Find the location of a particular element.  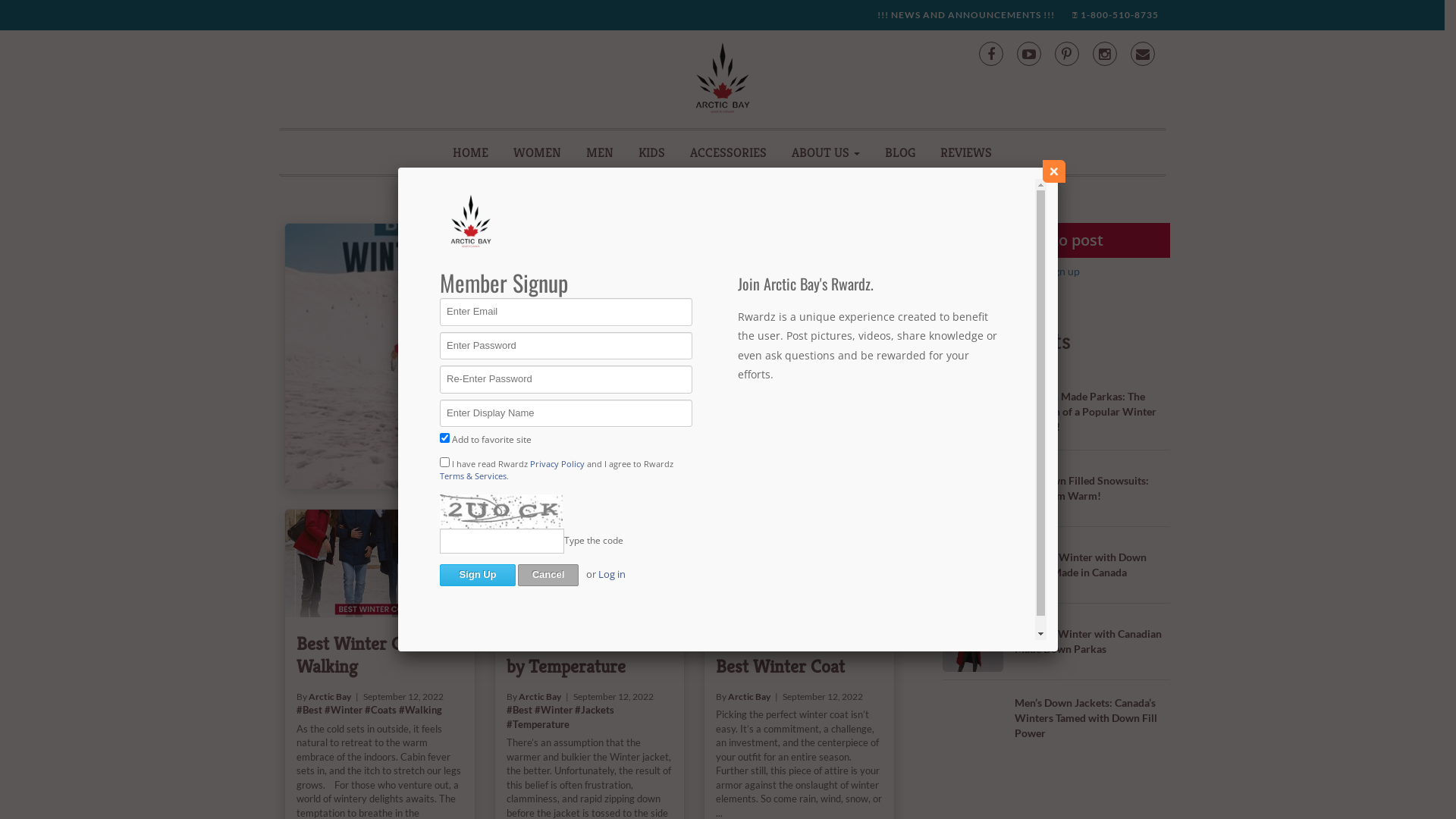

'ACCESSORIES' is located at coordinates (728, 152).